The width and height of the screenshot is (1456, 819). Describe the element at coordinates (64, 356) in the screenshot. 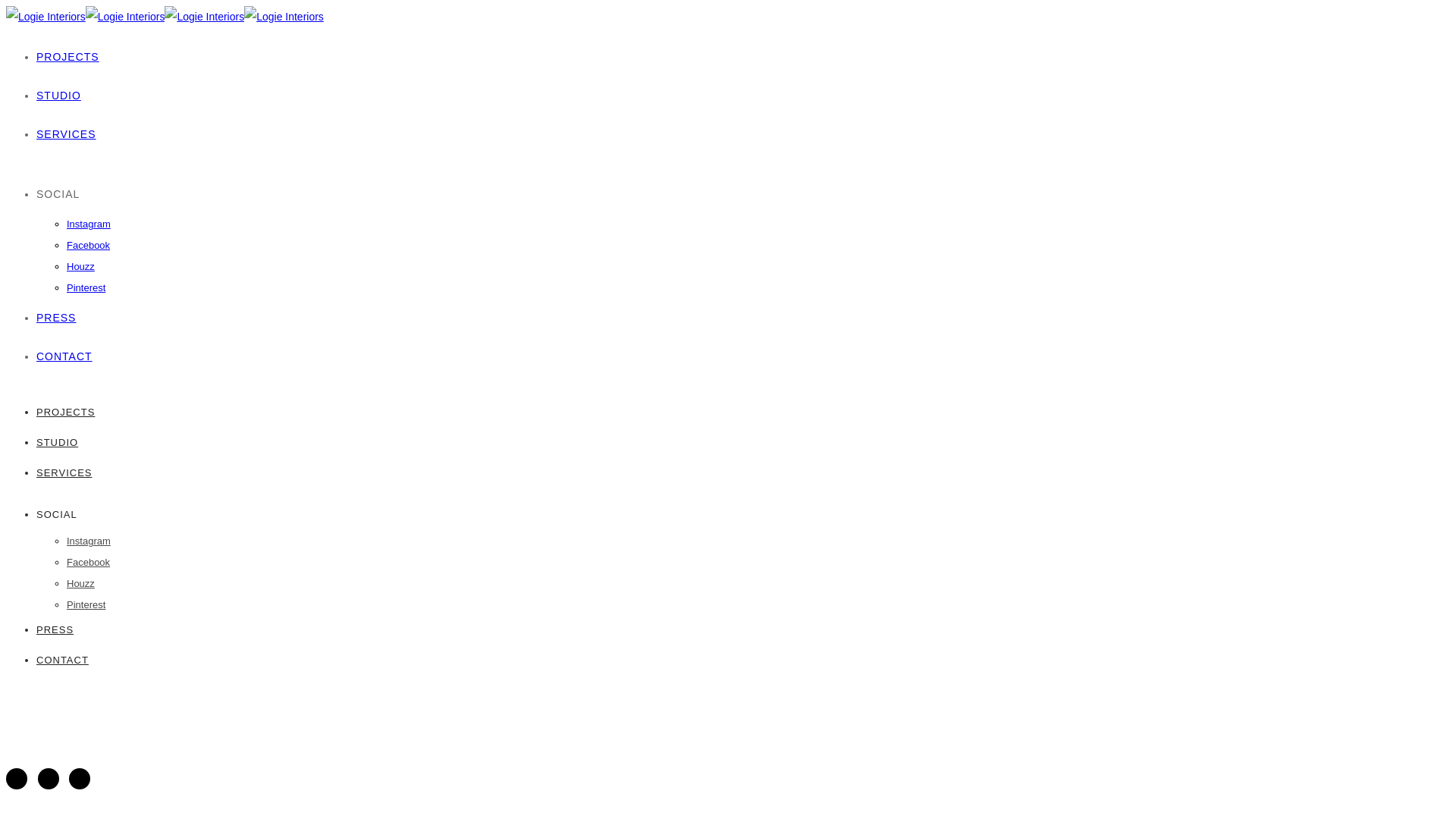

I see `'CONTACT'` at that location.